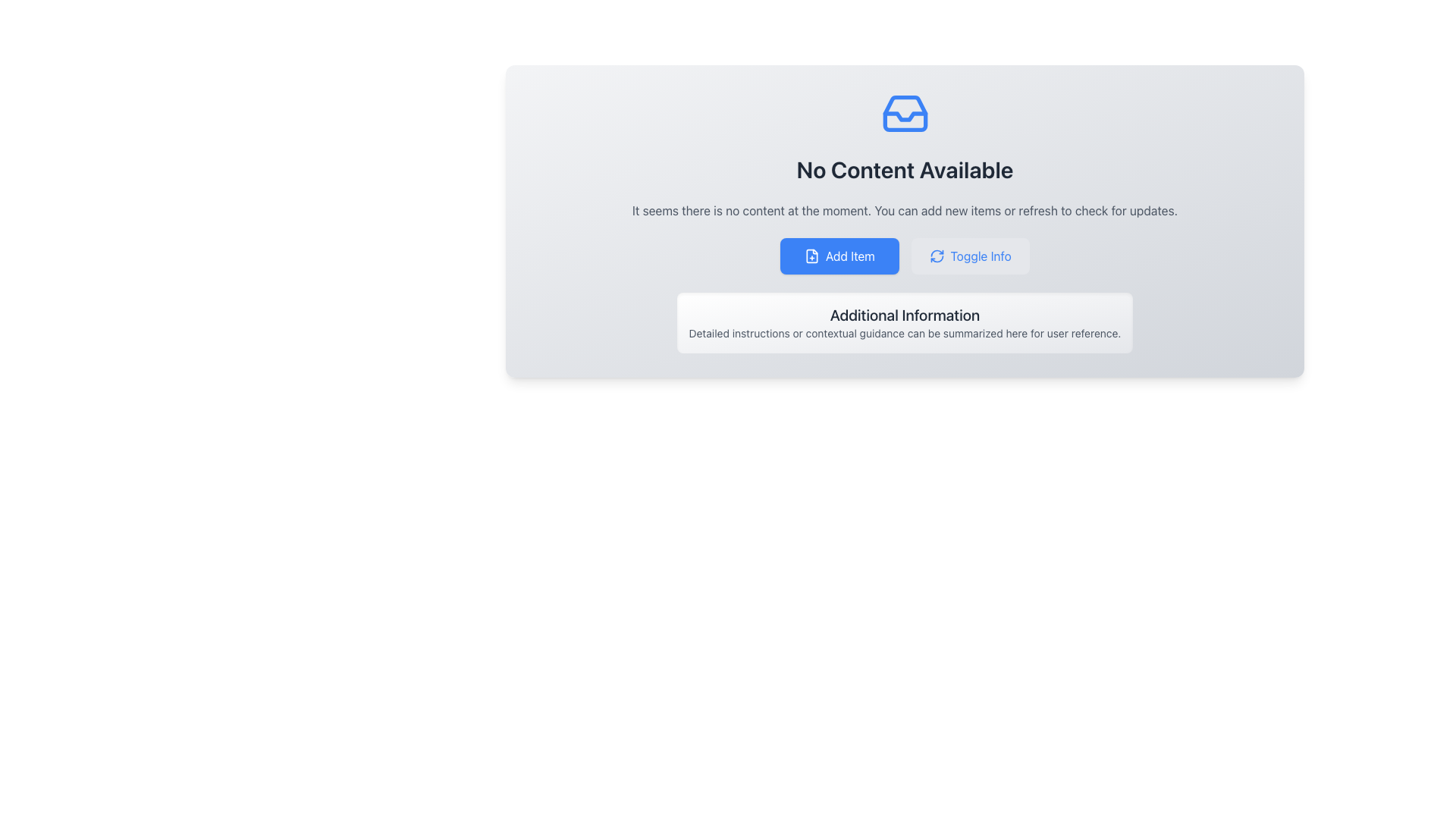 This screenshot has width=1456, height=819. What do you see at coordinates (905, 322) in the screenshot?
I see `information displayed in the 'Additional Information' section, which has a gradient background and contains two lines of text, including a bold header and a description` at bounding box center [905, 322].